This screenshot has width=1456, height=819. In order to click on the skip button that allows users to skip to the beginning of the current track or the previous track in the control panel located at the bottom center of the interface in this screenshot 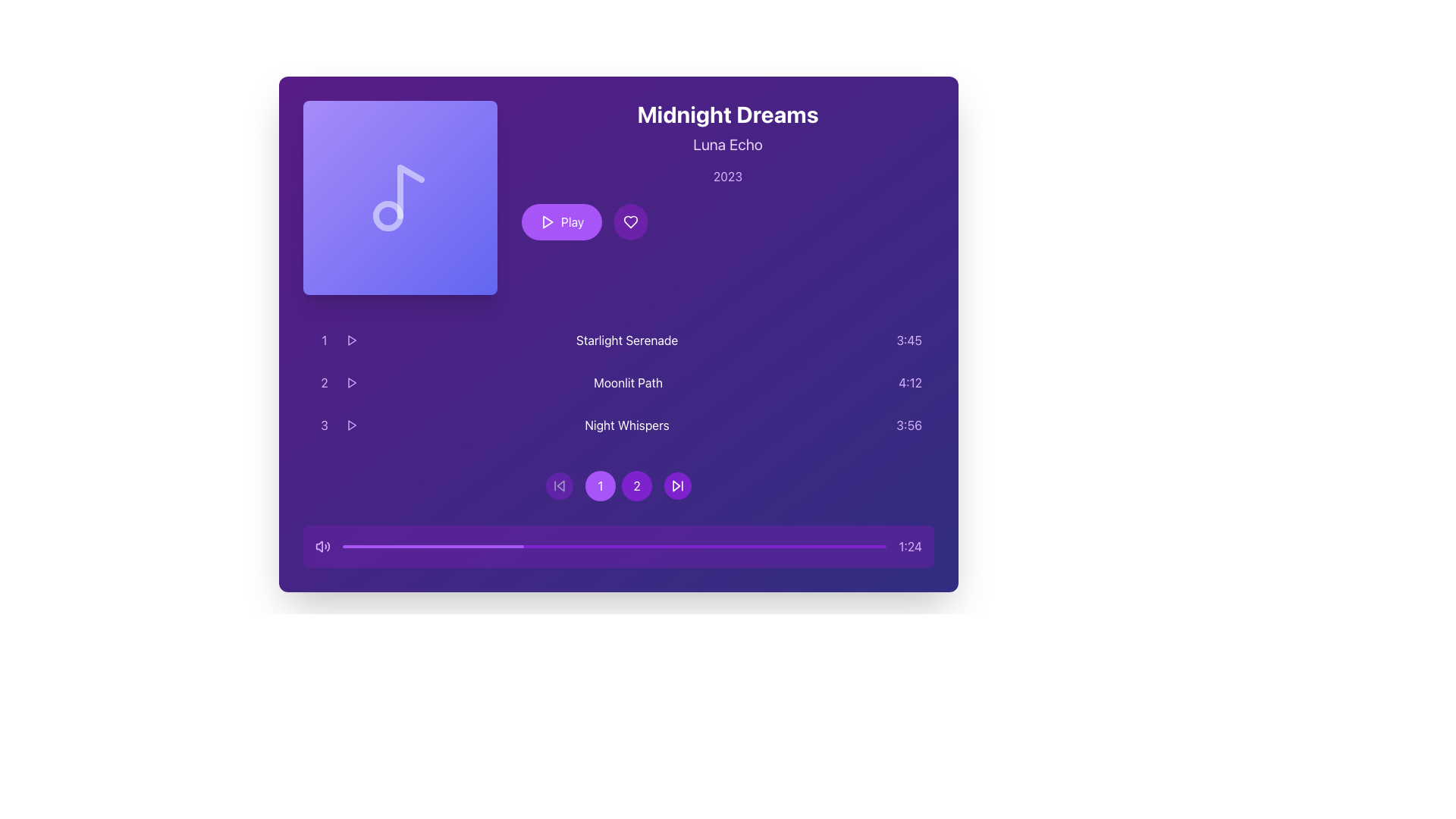, I will do `click(559, 485)`.